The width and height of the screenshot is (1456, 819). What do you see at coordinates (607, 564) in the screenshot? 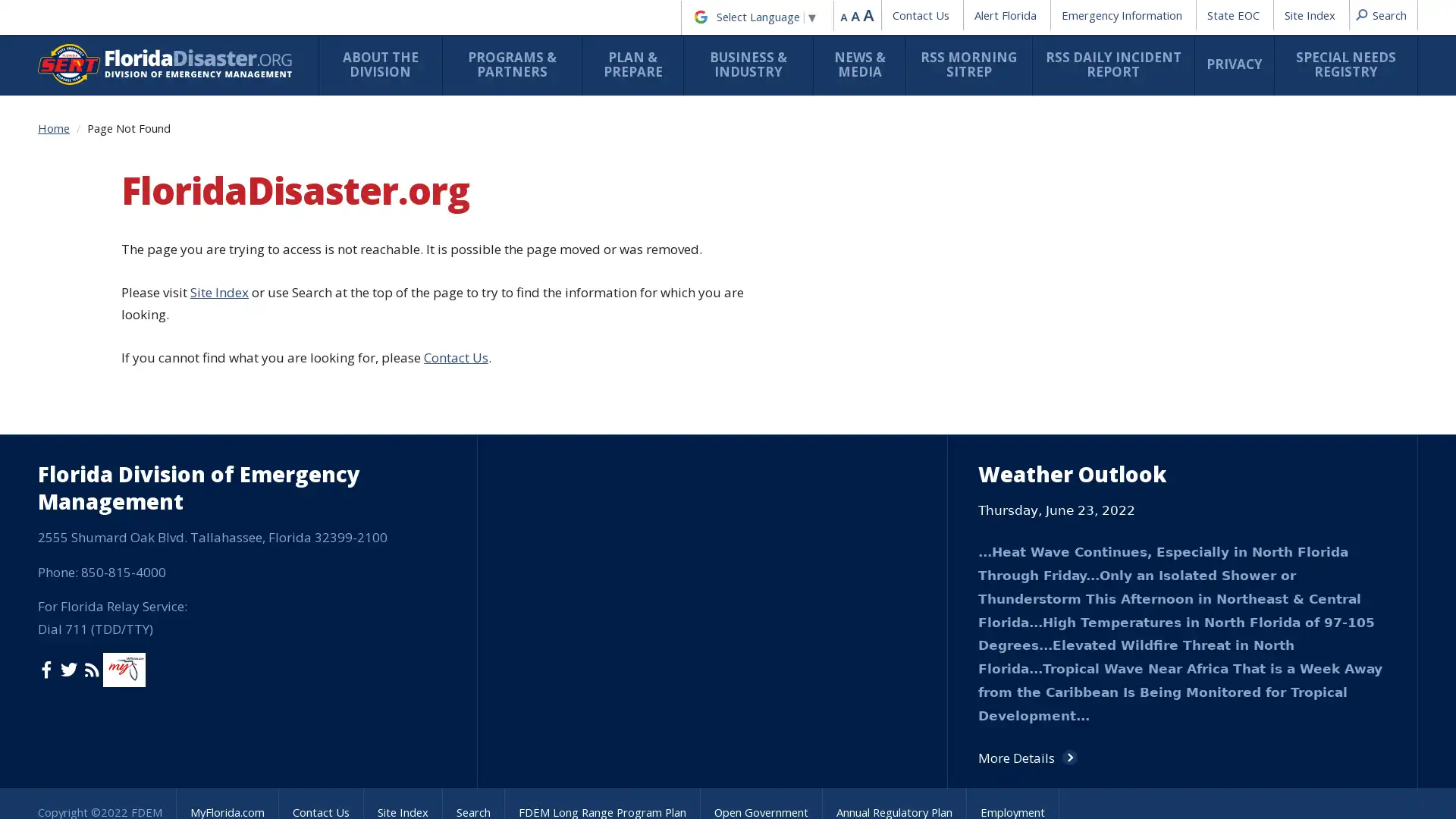
I see `Toggle More` at bounding box center [607, 564].